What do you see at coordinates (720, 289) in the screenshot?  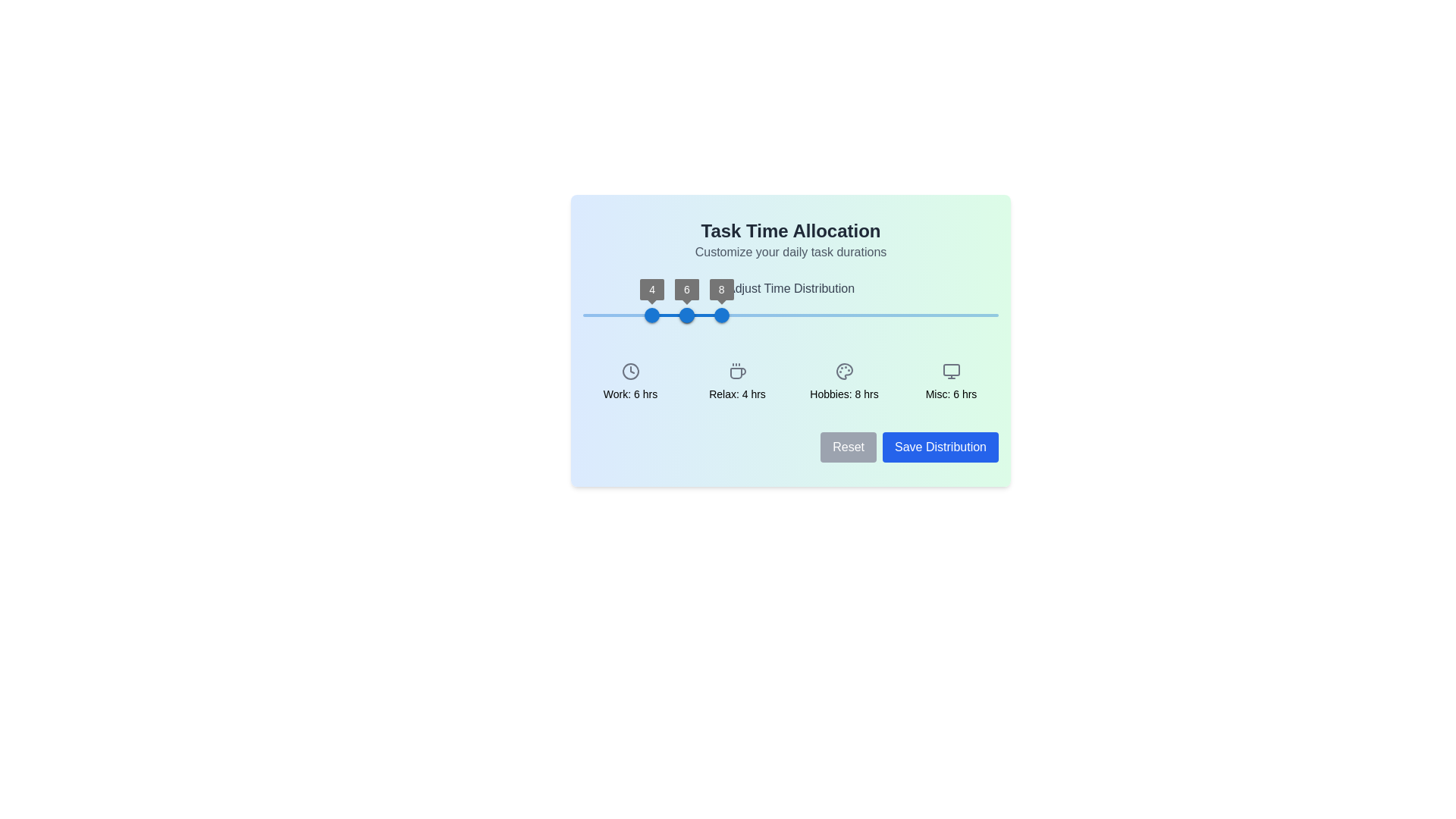 I see `the current value displayed in the Slider Value Indicator, which shows the number '8' within a circular highlight beneath the 'Adjust Time Distribution' text` at bounding box center [720, 289].